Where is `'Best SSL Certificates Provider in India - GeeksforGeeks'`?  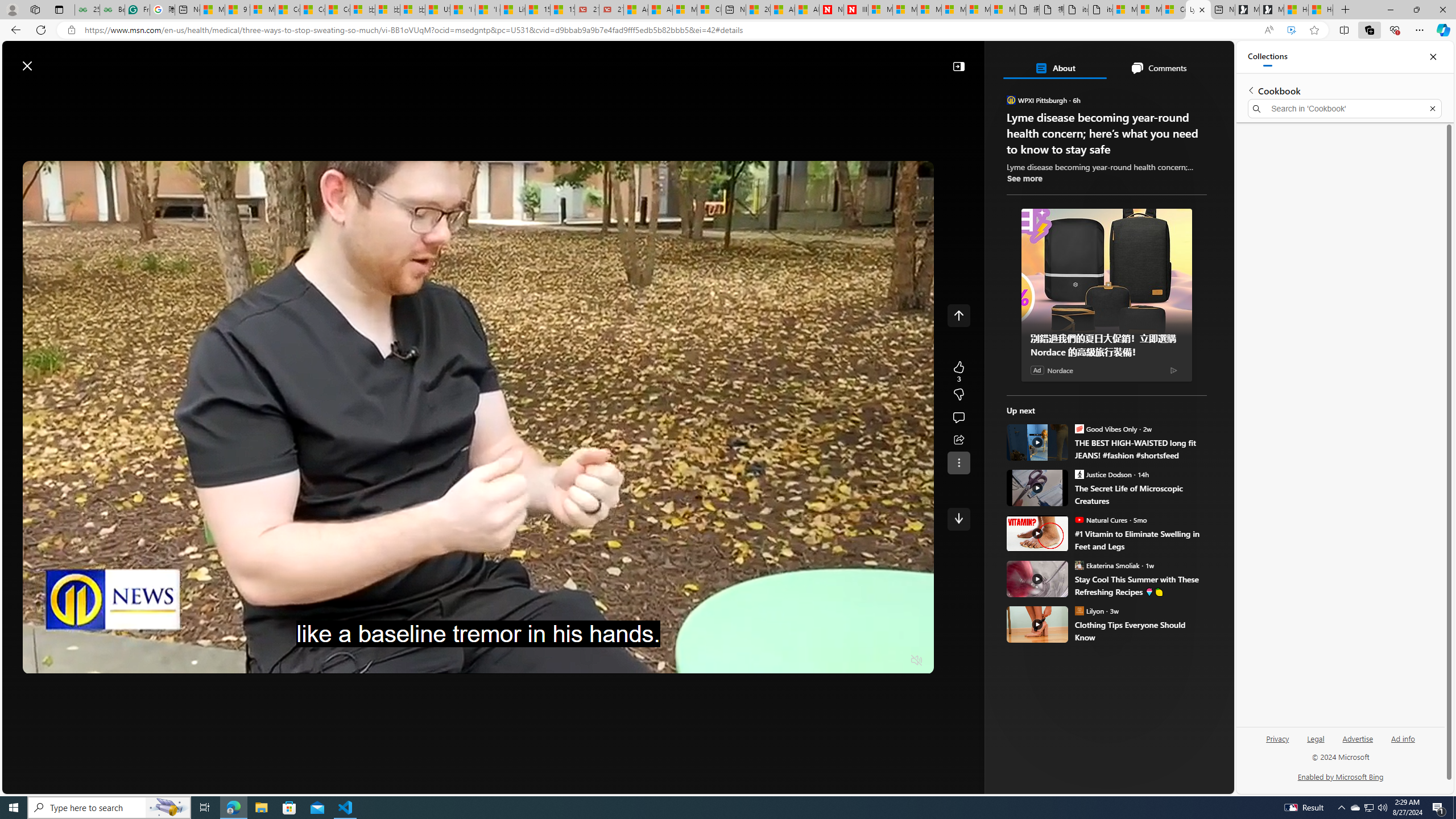 'Best SSL Certificates Provider in India - GeeksforGeeks' is located at coordinates (111, 9).